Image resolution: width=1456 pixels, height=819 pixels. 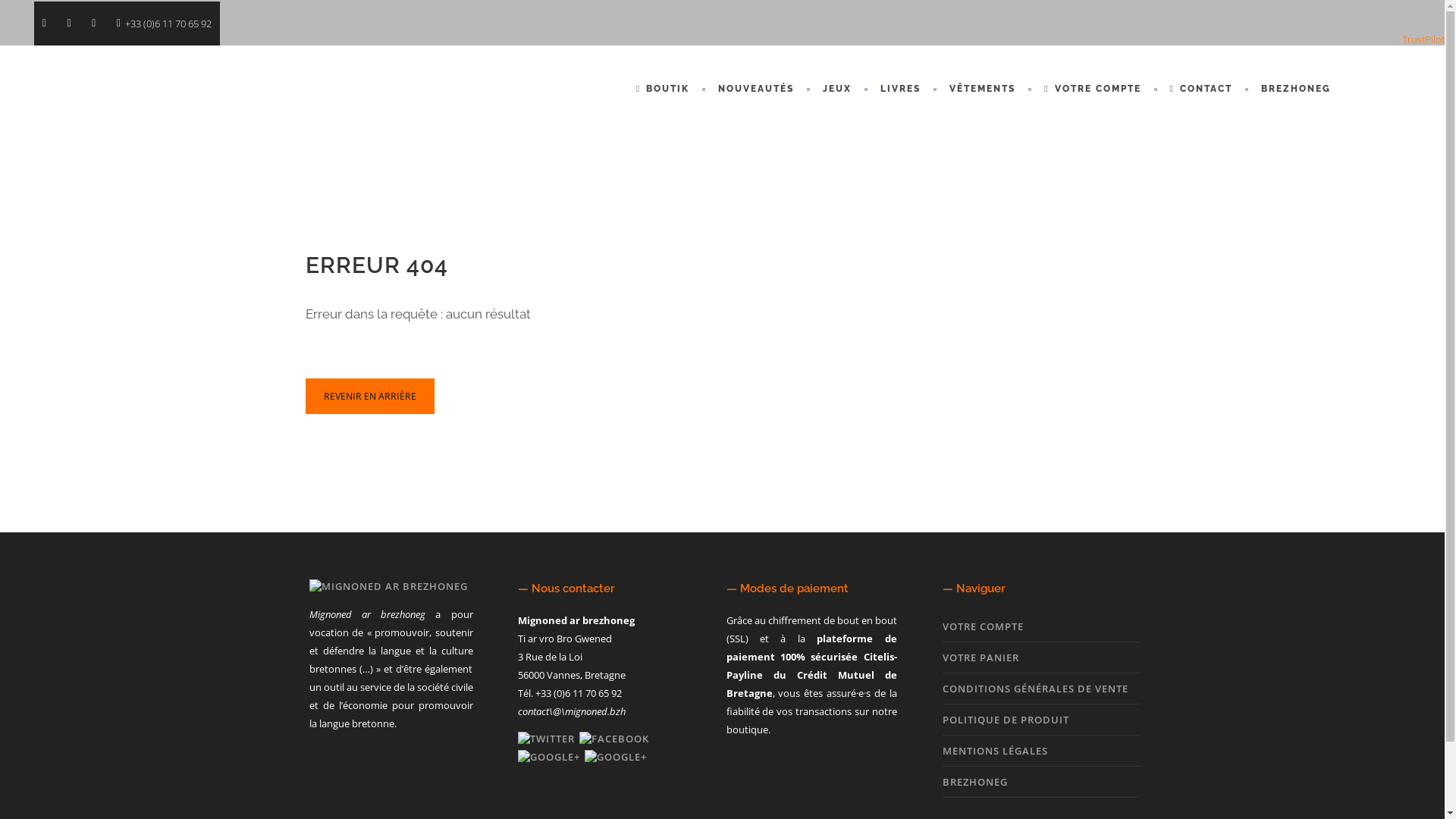 I want to click on 'LIVRES', so click(x=866, y=89).